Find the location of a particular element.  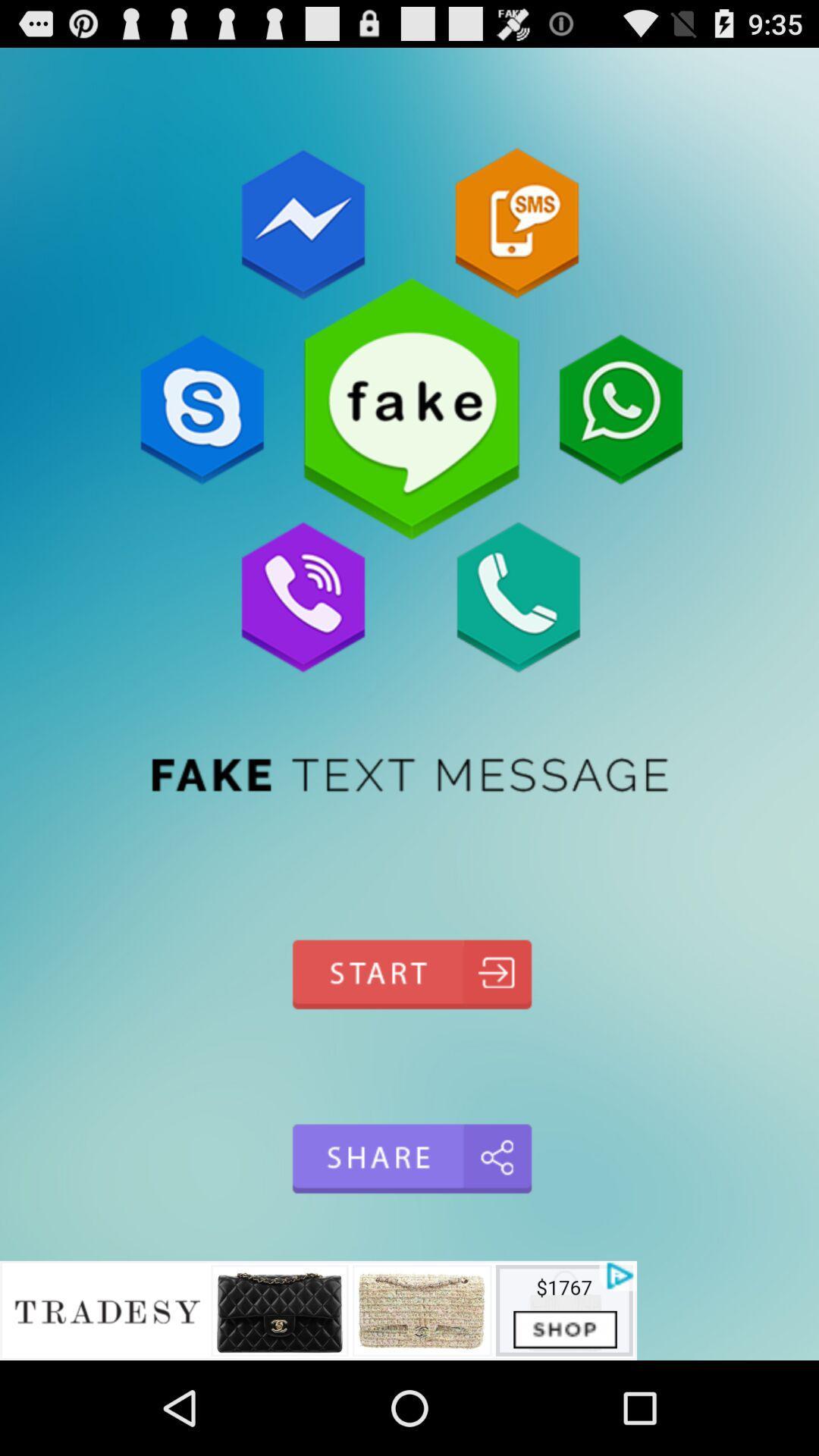

the date_range icon is located at coordinates (409, 1042).